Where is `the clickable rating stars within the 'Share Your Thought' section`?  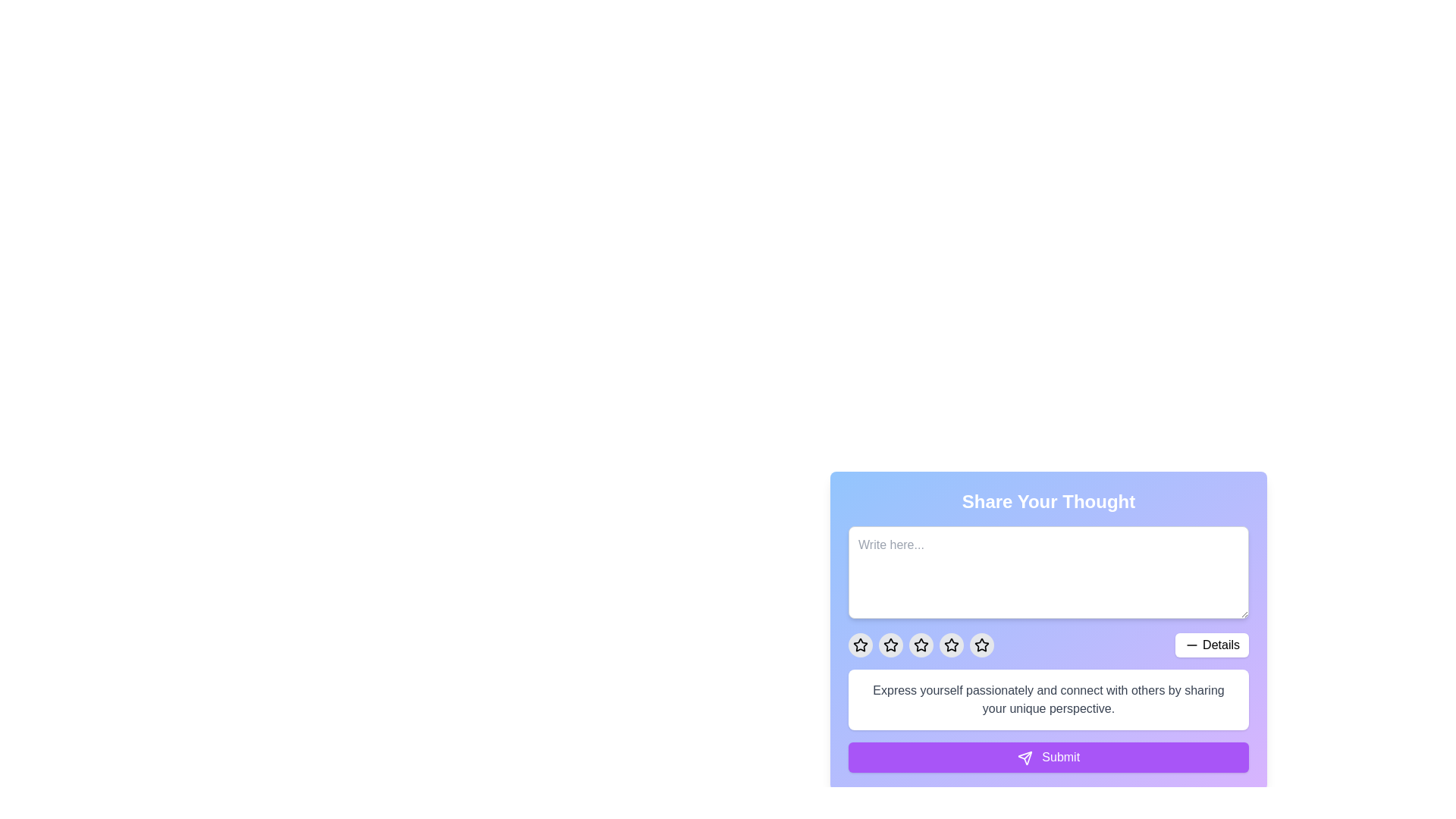
the clickable rating stars within the 'Share Your Thought' section is located at coordinates (1047, 645).